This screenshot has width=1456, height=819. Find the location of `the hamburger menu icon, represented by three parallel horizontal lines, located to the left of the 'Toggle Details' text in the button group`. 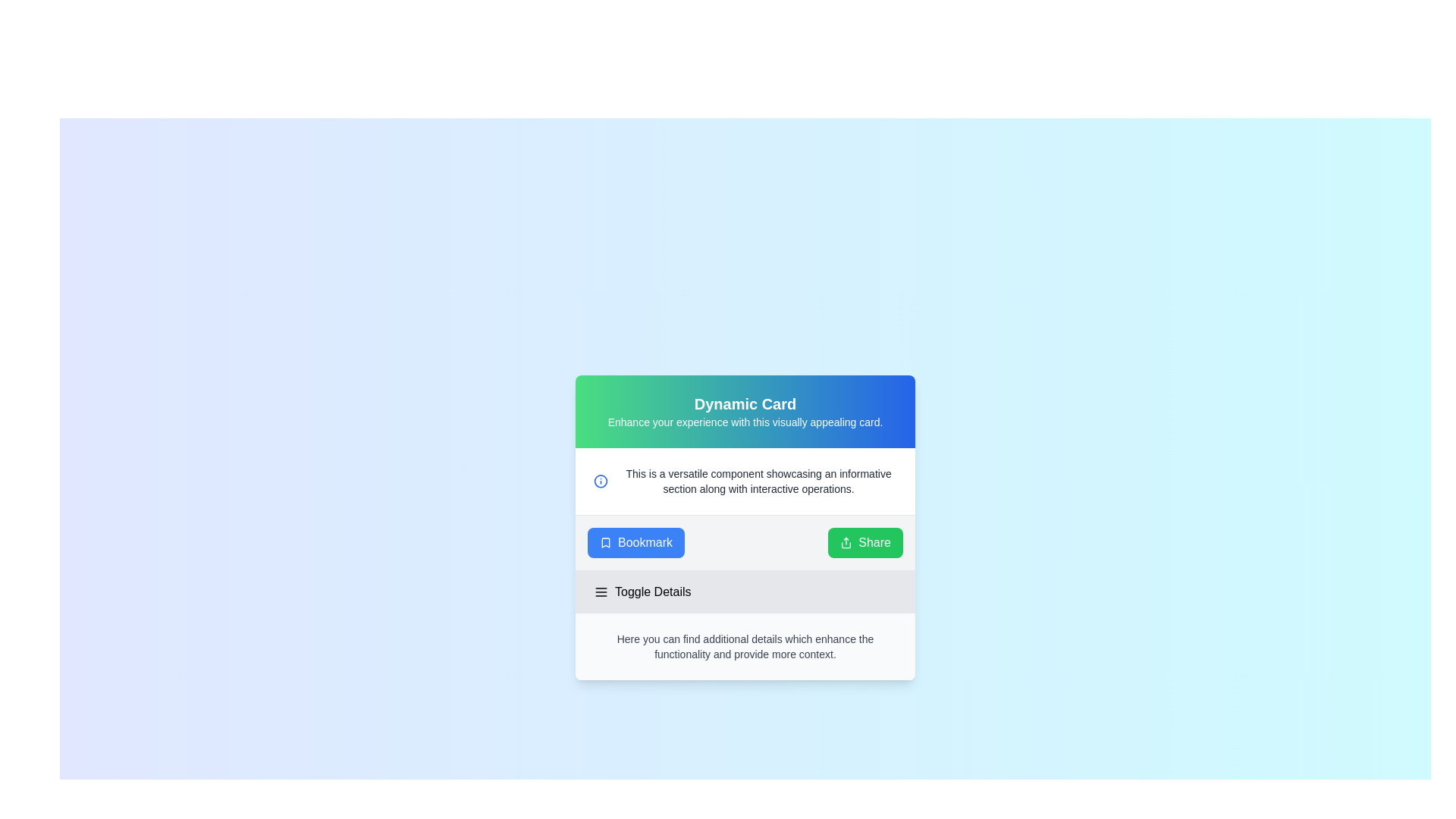

the hamburger menu icon, represented by three parallel horizontal lines, located to the left of the 'Toggle Details' text in the button group is located at coordinates (600, 591).